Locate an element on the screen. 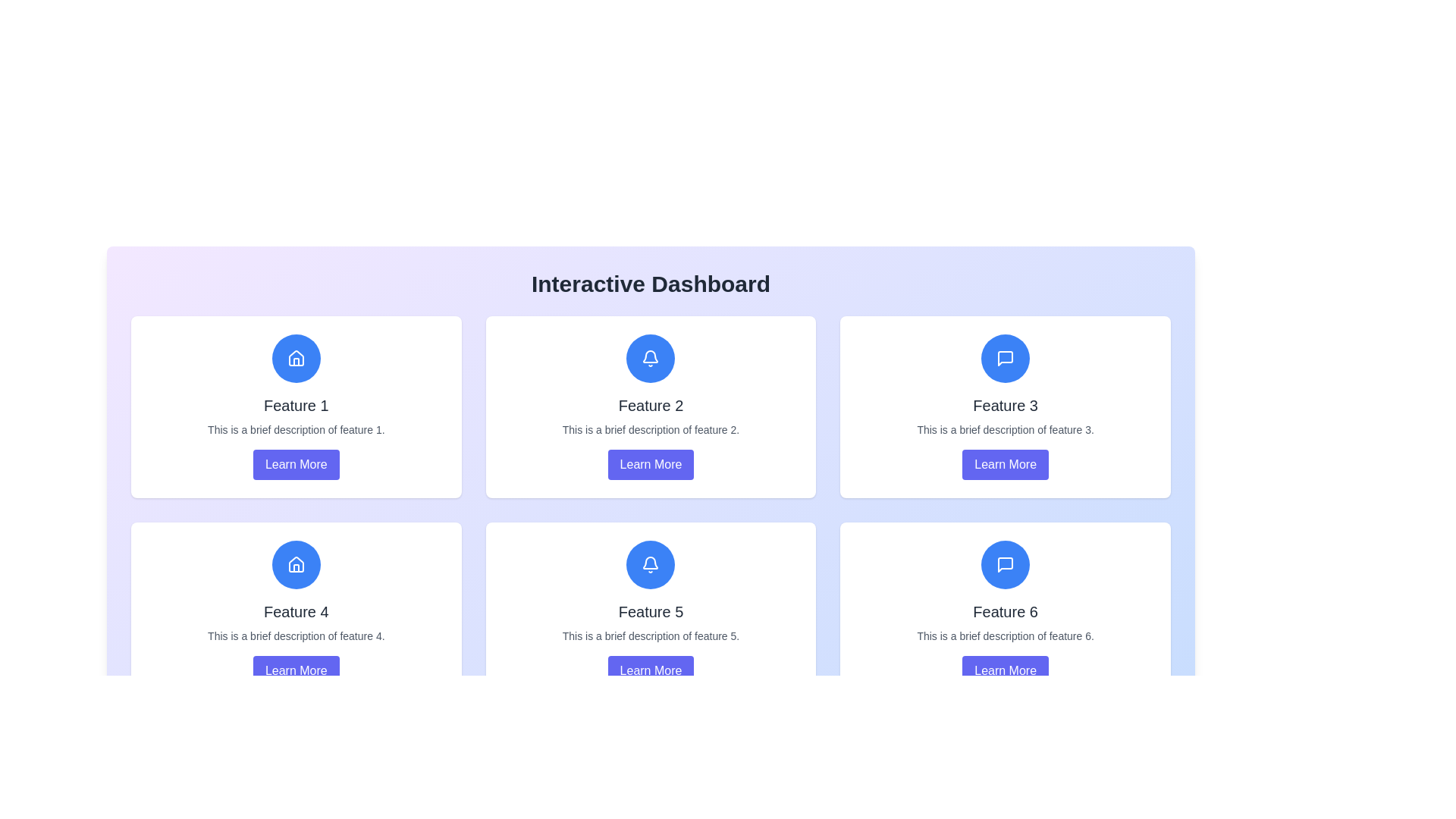 The width and height of the screenshot is (1456, 819). the 'Feature 5' icon located at the top part of the 'Feature 5' card, directly above the text 'Feature 5' is located at coordinates (651, 564).